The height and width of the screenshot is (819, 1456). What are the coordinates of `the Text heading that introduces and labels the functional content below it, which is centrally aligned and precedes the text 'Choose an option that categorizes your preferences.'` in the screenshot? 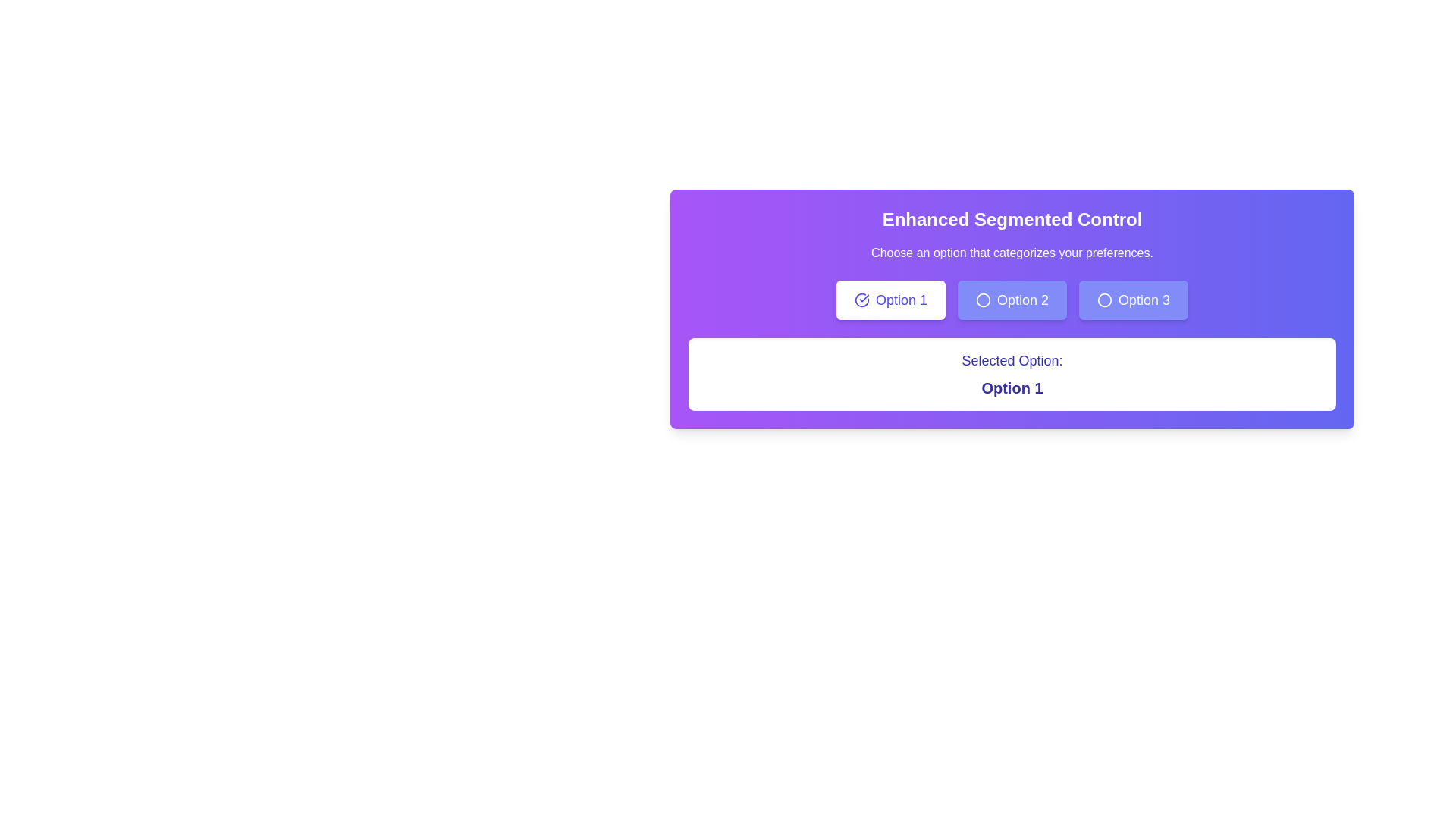 It's located at (1012, 219).